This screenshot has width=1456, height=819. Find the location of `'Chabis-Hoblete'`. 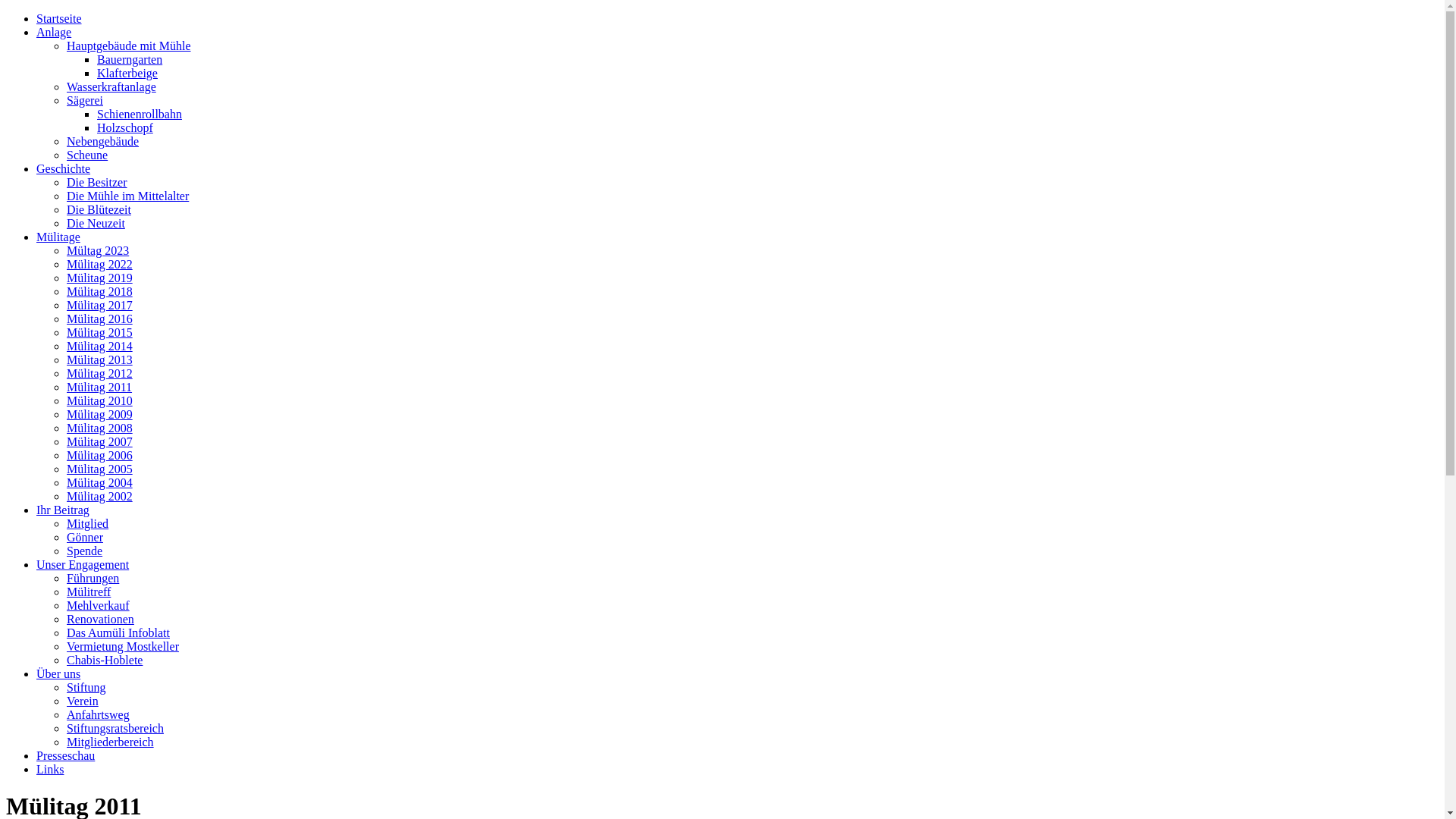

'Chabis-Hoblete' is located at coordinates (104, 659).